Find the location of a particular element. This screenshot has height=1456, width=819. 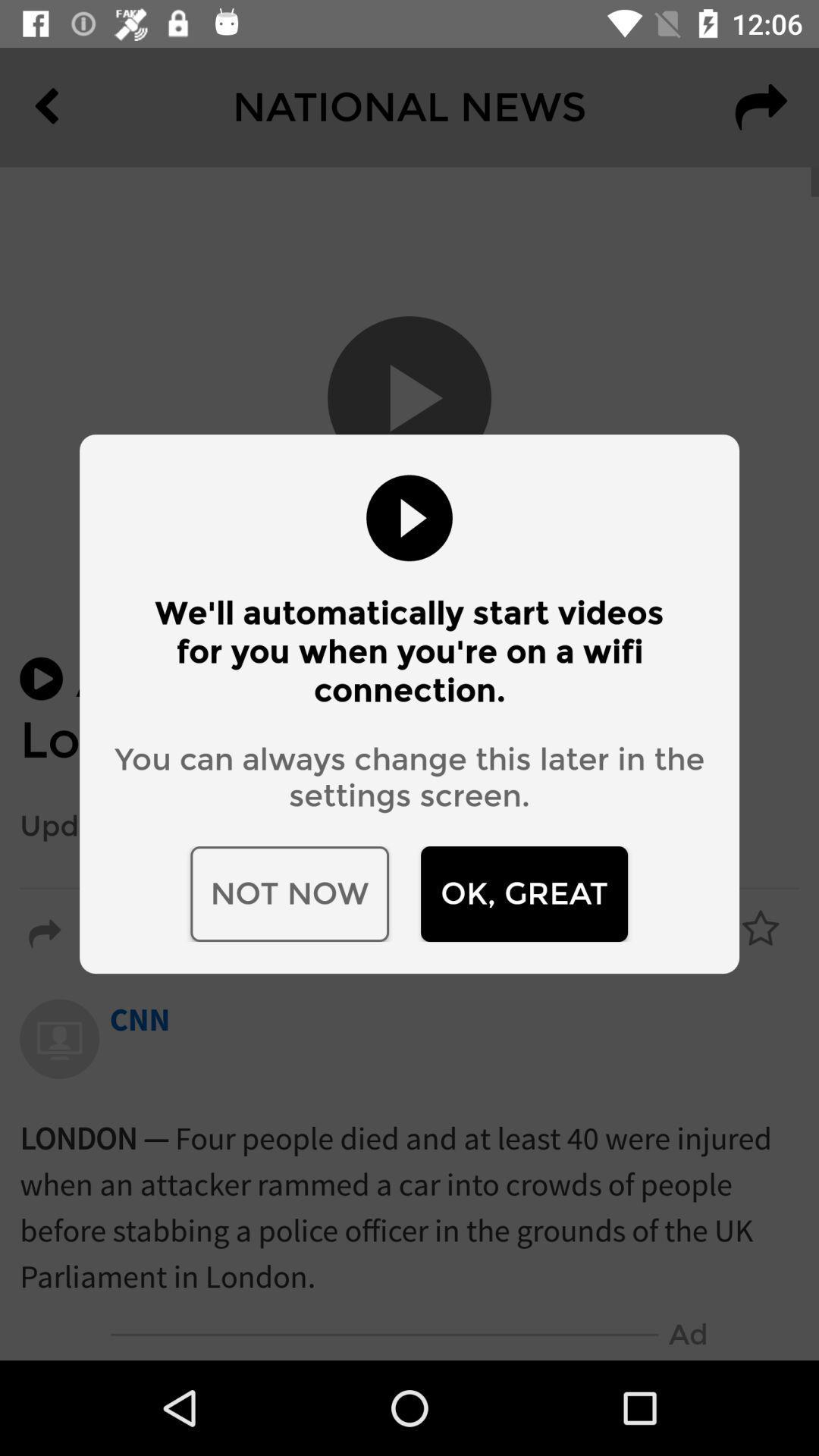

the redo icon is located at coordinates (761, 106).